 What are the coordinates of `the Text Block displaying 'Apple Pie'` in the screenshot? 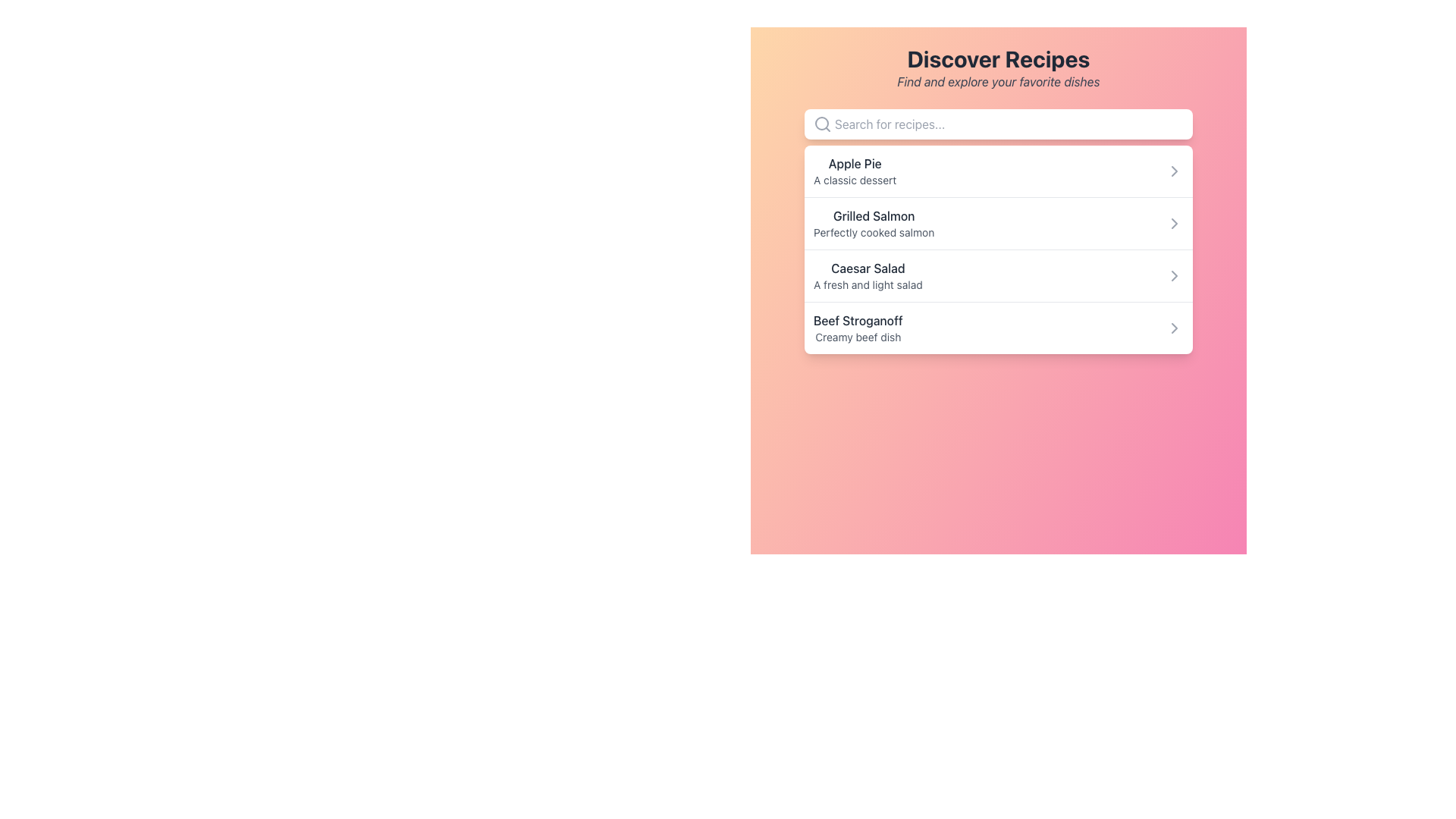 It's located at (855, 171).